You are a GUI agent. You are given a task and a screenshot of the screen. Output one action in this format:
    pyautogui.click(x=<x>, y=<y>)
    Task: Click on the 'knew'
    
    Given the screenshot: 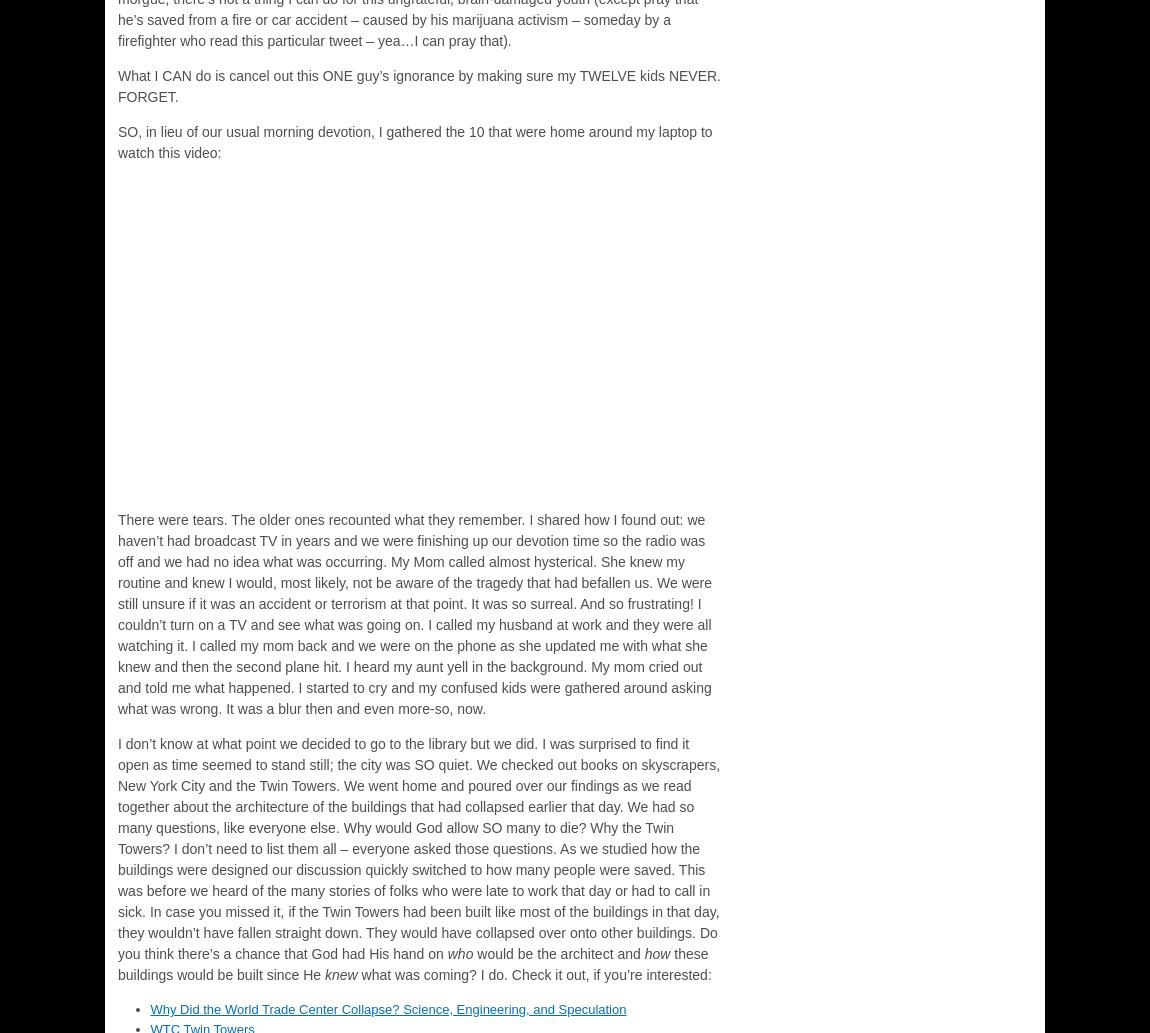 What is the action you would take?
    pyautogui.click(x=343, y=974)
    